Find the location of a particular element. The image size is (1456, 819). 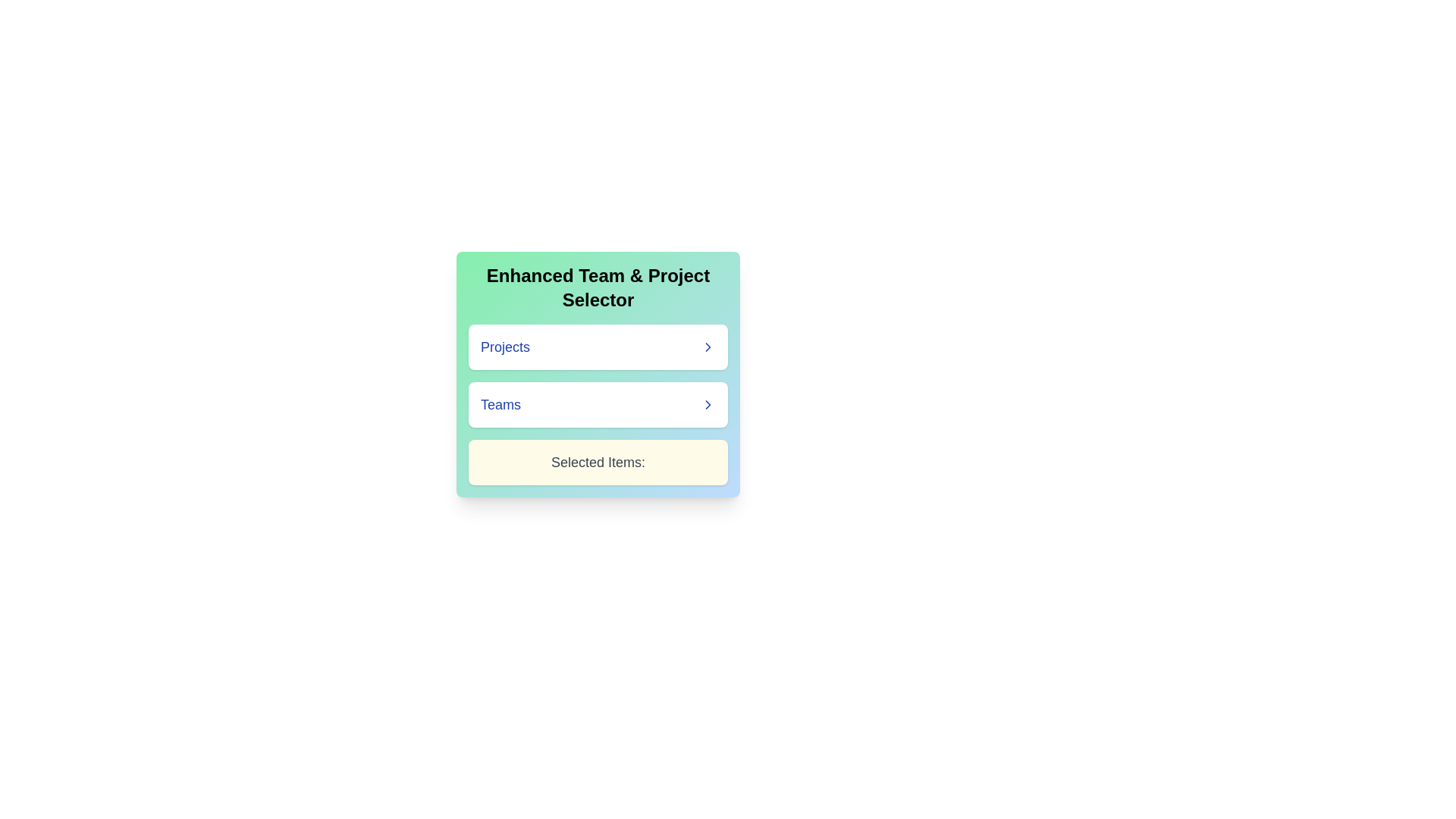

the Chevron Right icon located to the immediate right of the 'Projects' label is located at coordinates (708, 347).